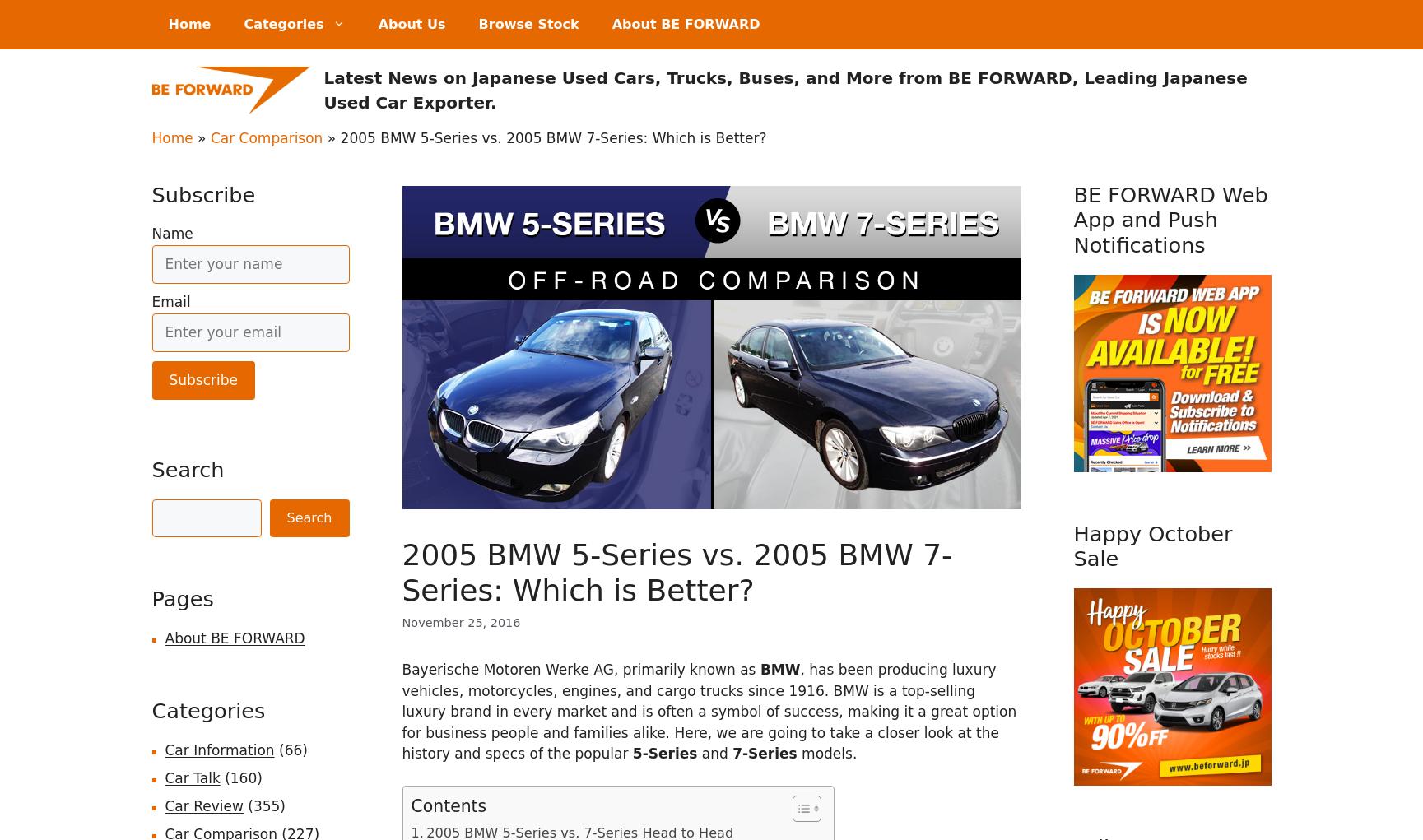 The height and width of the screenshot is (840, 1423). What do you see at coordinates (203, 193) in the screenshot?
I see `'Subscribe'` at bounding box center [203, 193].